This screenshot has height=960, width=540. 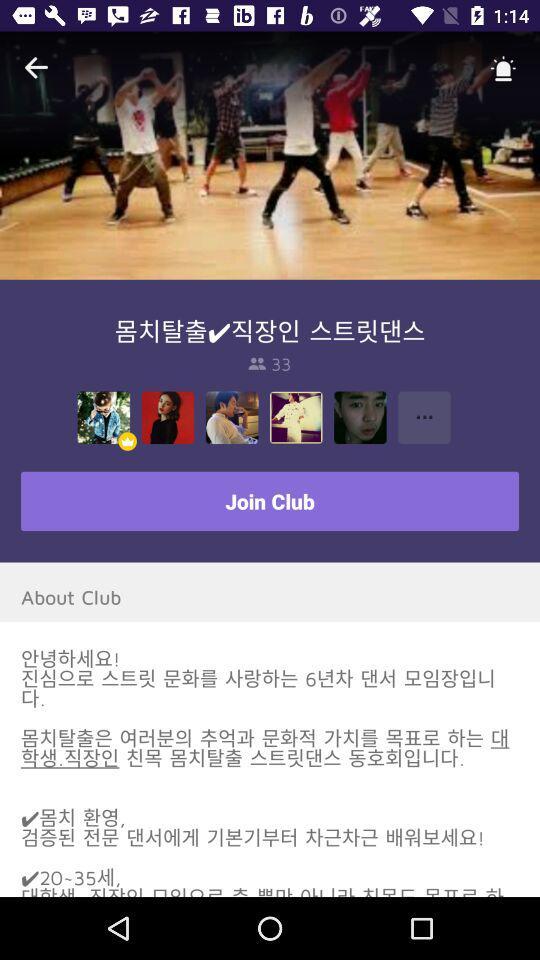 What do you see at coordinates (36, 68) in the screenshot?
I see `the arrow_backward icon` at bounding box center [36, 68].